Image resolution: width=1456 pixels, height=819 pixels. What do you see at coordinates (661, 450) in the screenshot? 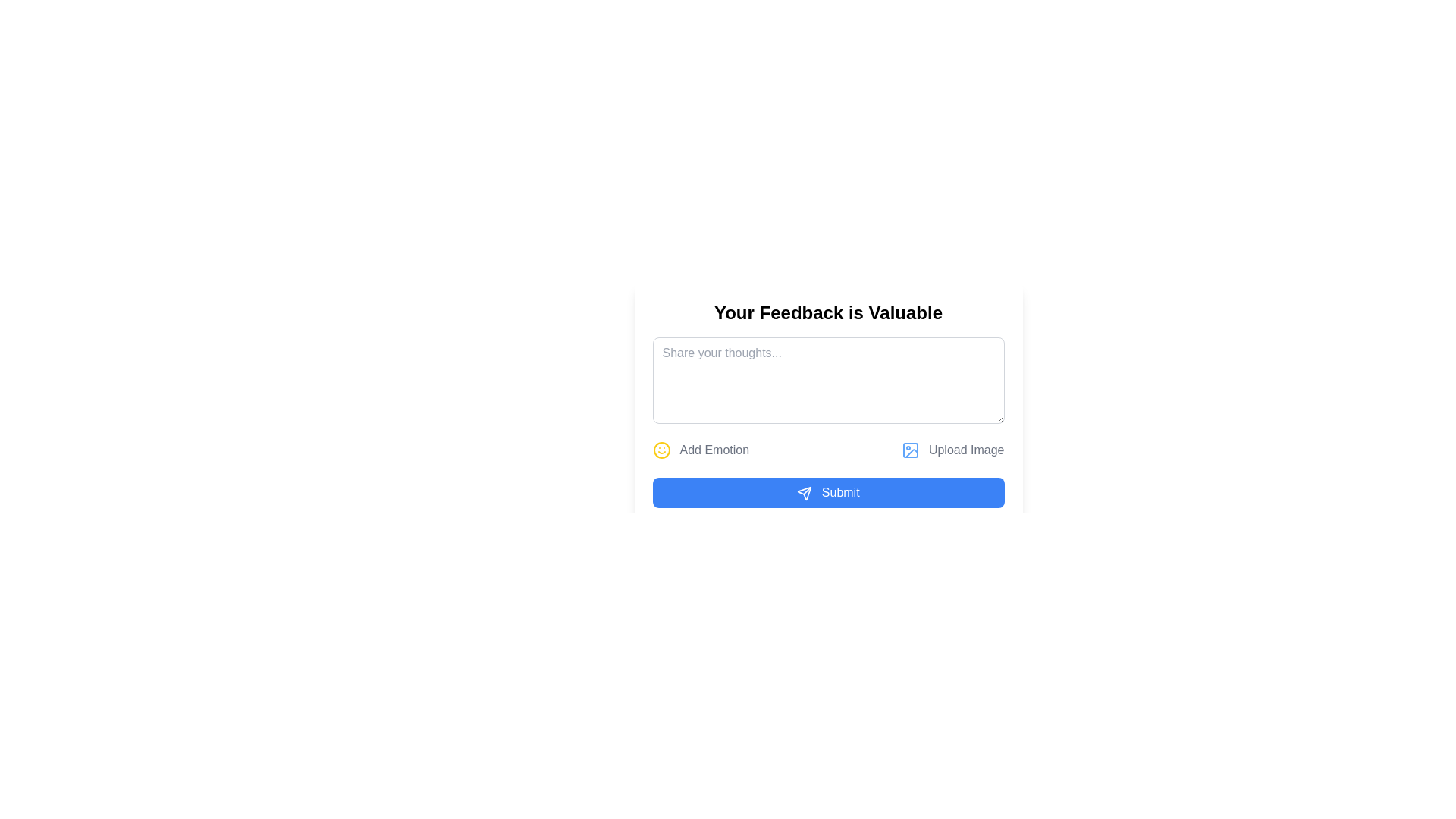
I see `the icon located on the left side of the 'Add Emotion' label, which serves as a visual indicator for adding emotions or reactions` at bounding box center [661, 450].